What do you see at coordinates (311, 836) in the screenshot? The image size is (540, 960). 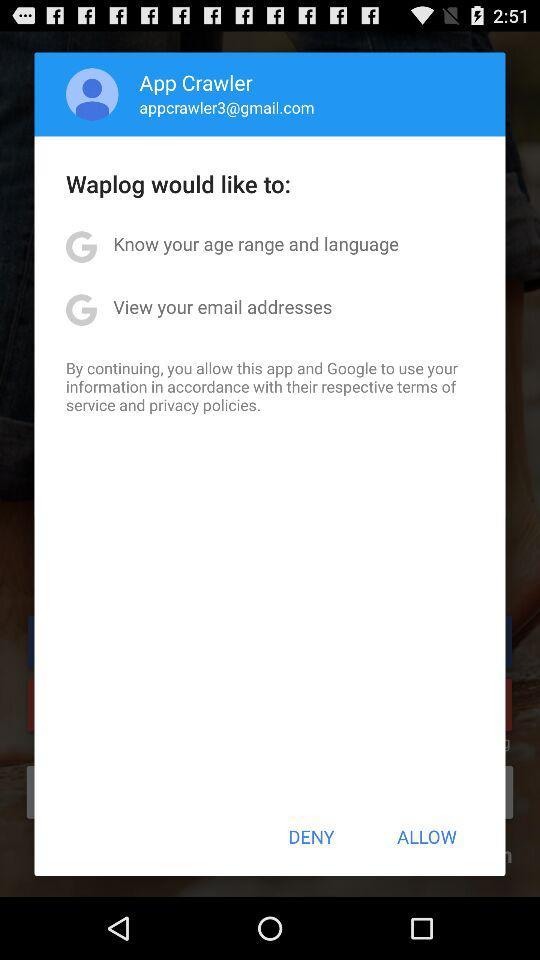 I see `the icon next to the allow item` at bounding box center [311, 836].